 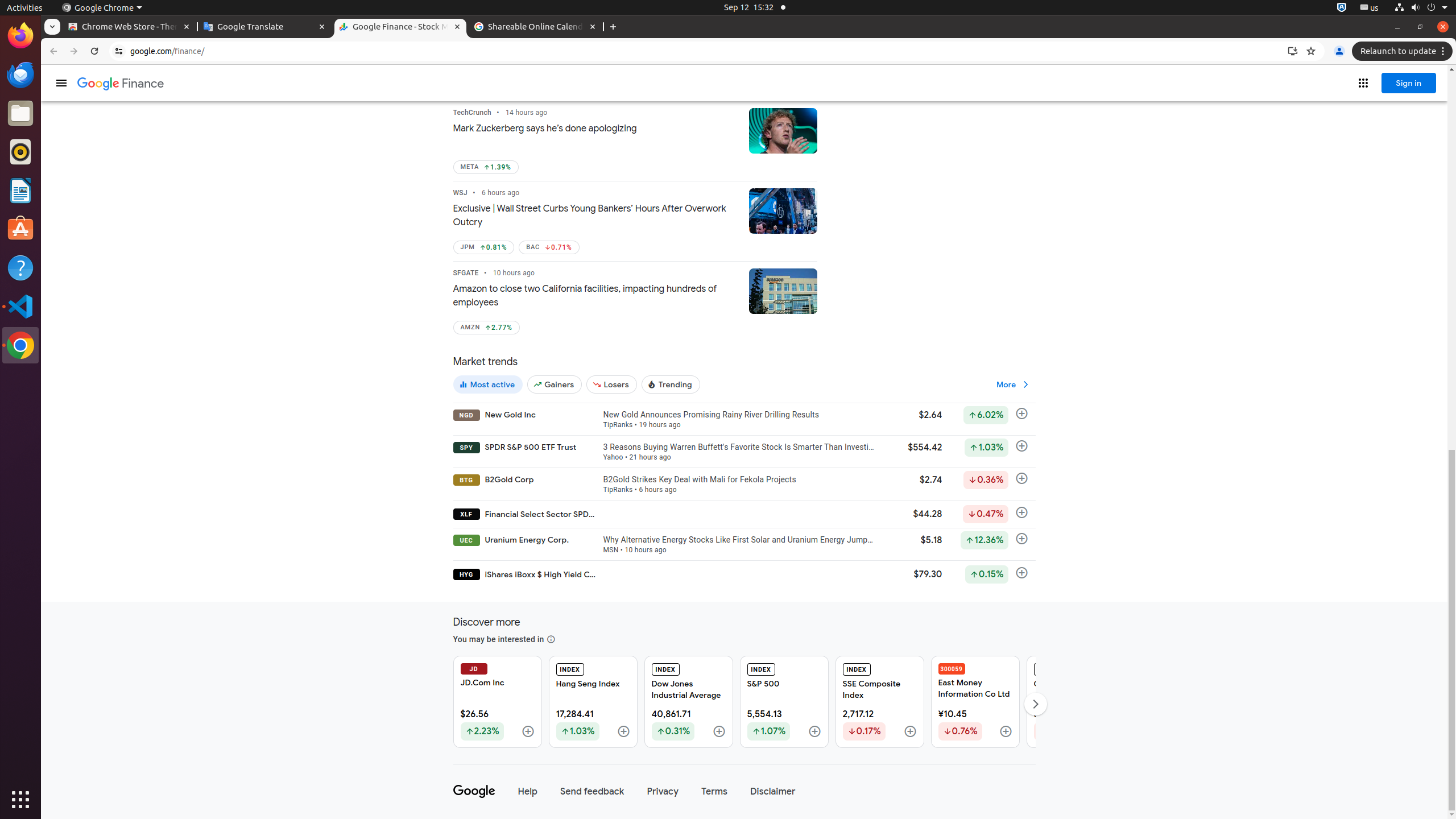 What do you see at coordinates (1421, 7) in the screenshot?
I see `'System'` at bounding box center [1421, 7].